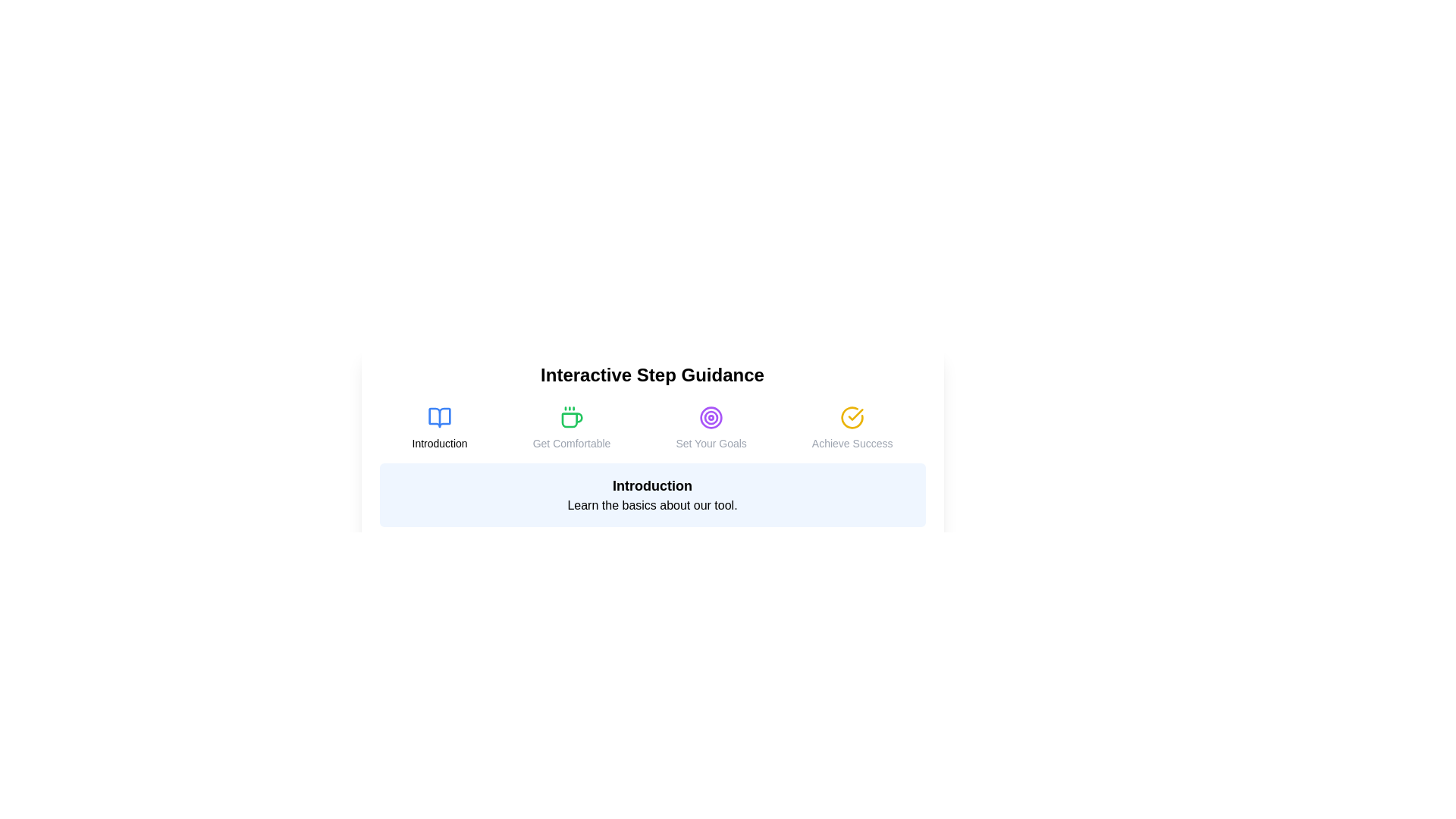 The image size is (1456, 819). Describe the element at coordinates (439, 418) in the screenshot. I see `the blue open book icon located in the introduction section to initiate the associated action` at that location.